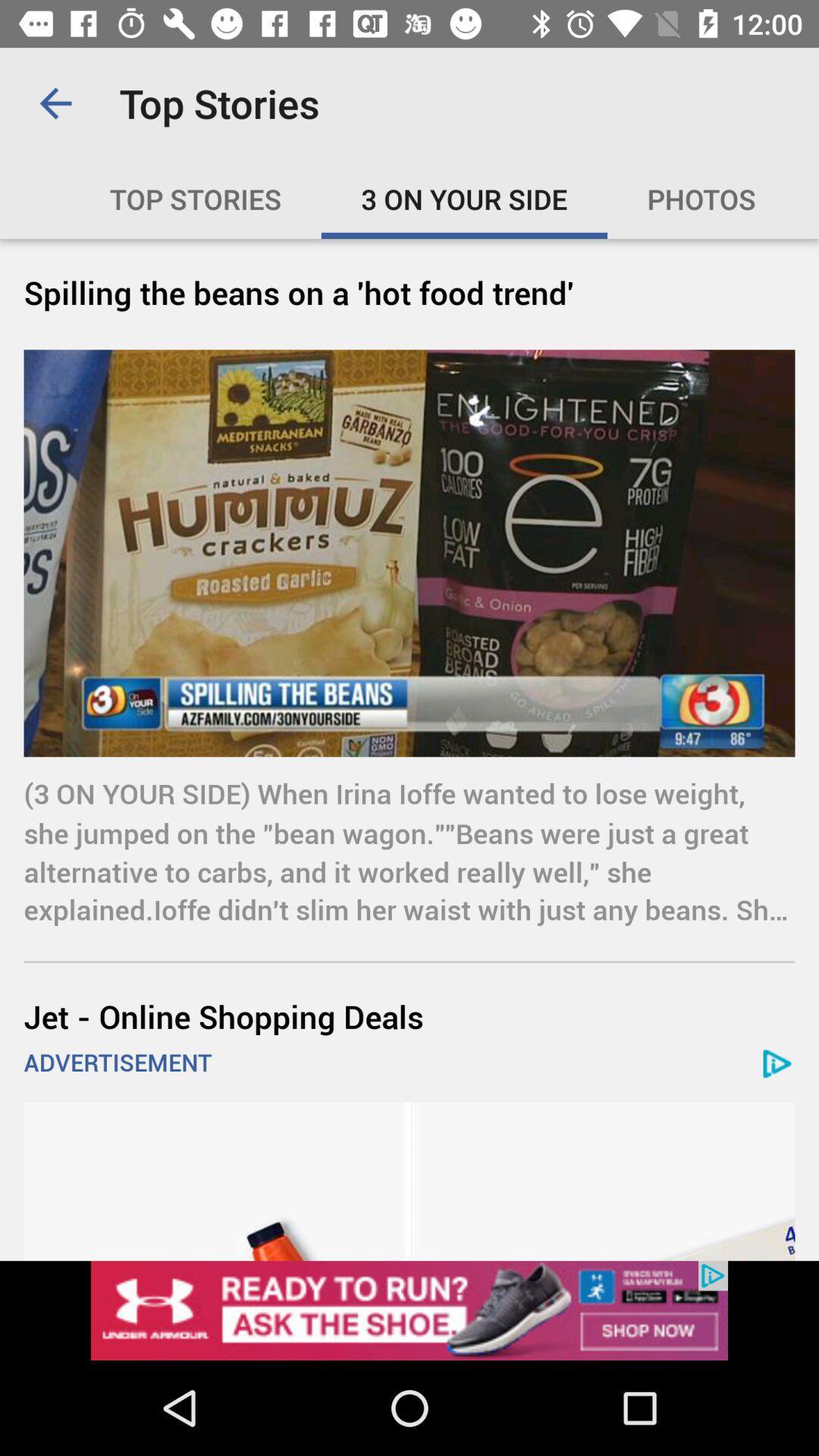 The width and height of the screenshot is (819, 1456). What do you see at coordinates (409, 1310) in the screenshot?
I see `advertisement for under armour` at bounding box center [409, 1310].